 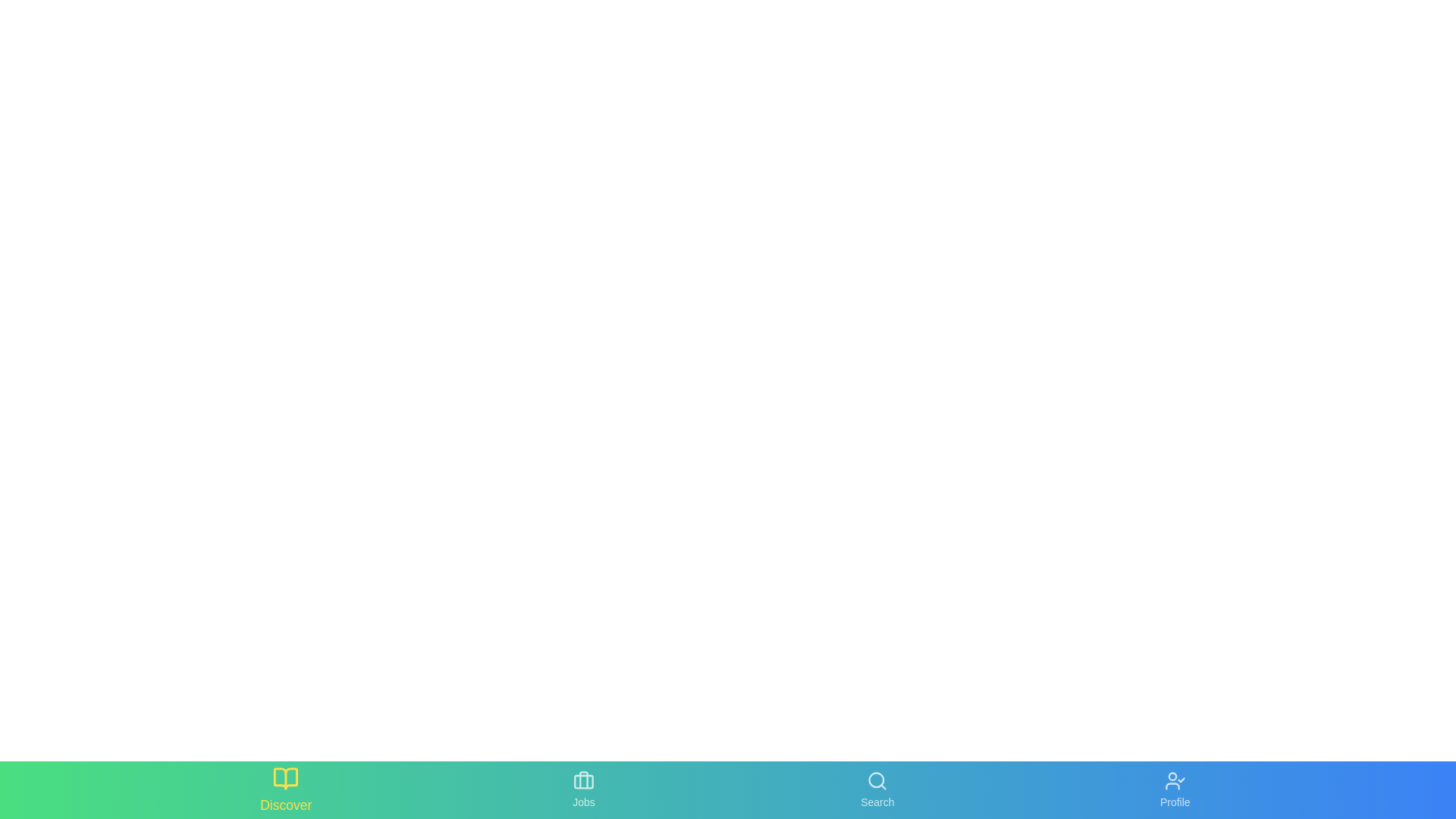 I want to click on the 'Profile' button to activate the 'Profile' section, so click(x=1174, y=789).